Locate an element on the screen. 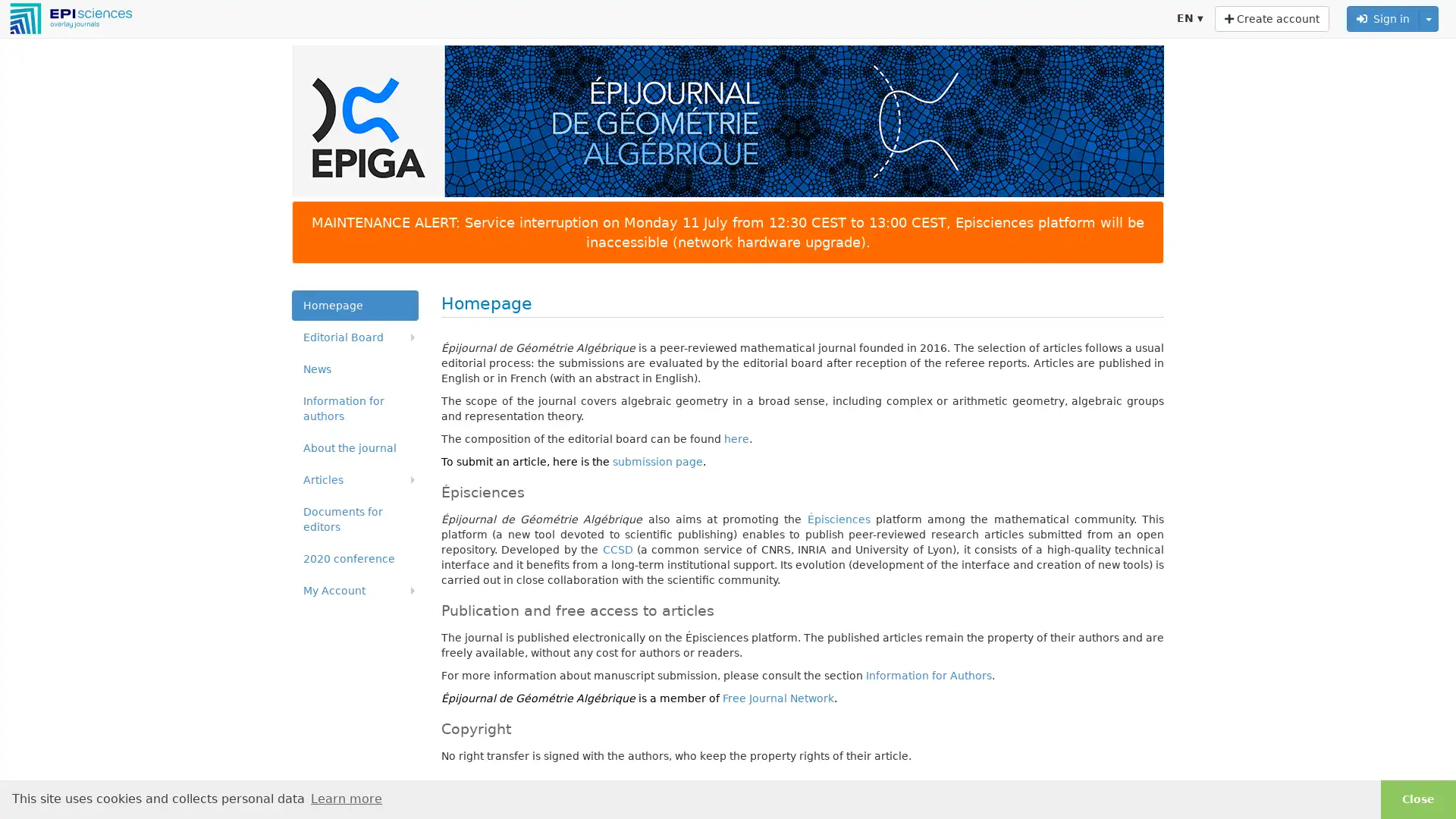  learn more about cookies is located at coordinates (345, 798).